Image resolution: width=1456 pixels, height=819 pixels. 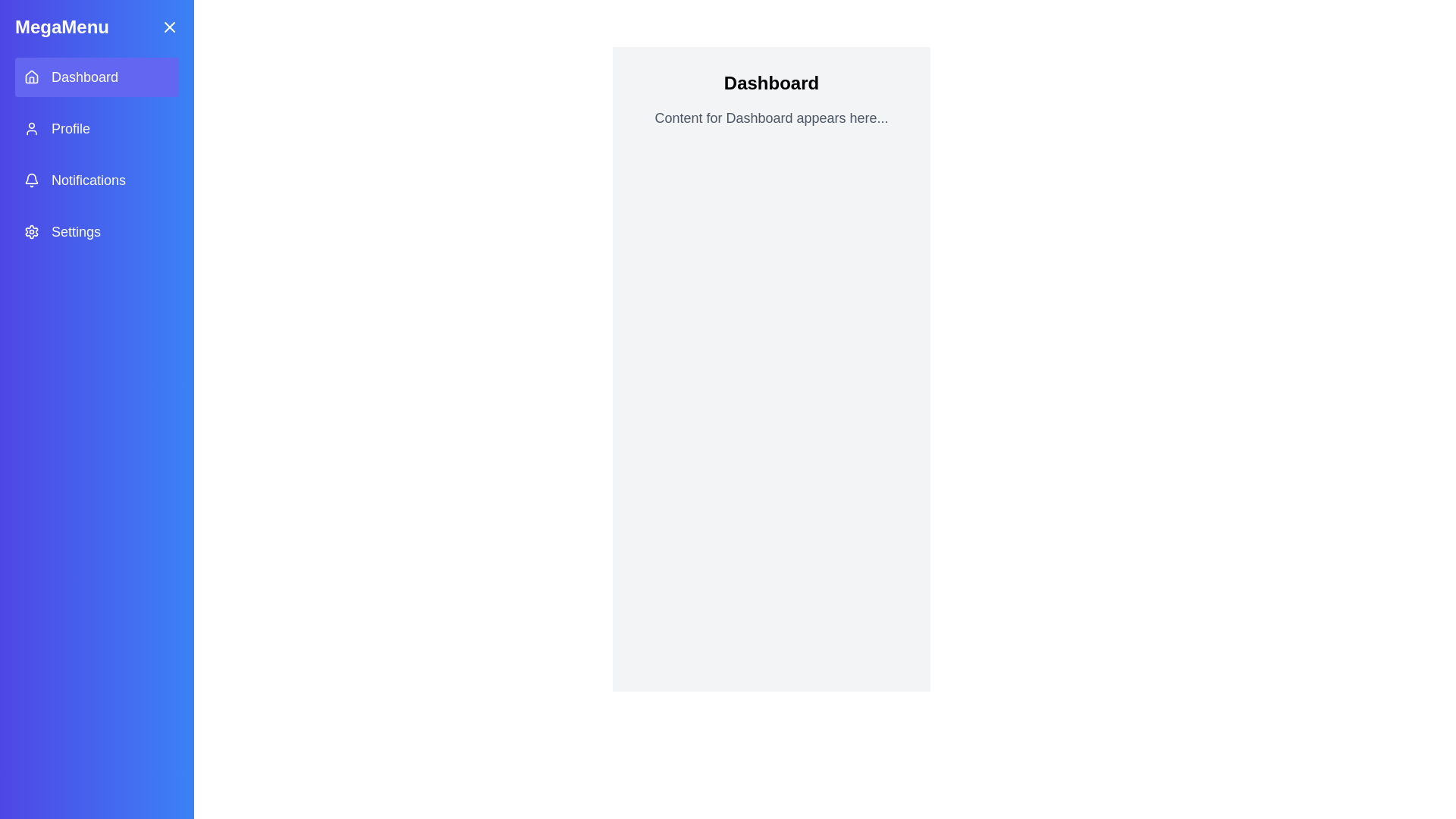 I want to click on the static text heading element, which serves as the title for the section, providing context about the displayed content, so click(x=771, y=83).